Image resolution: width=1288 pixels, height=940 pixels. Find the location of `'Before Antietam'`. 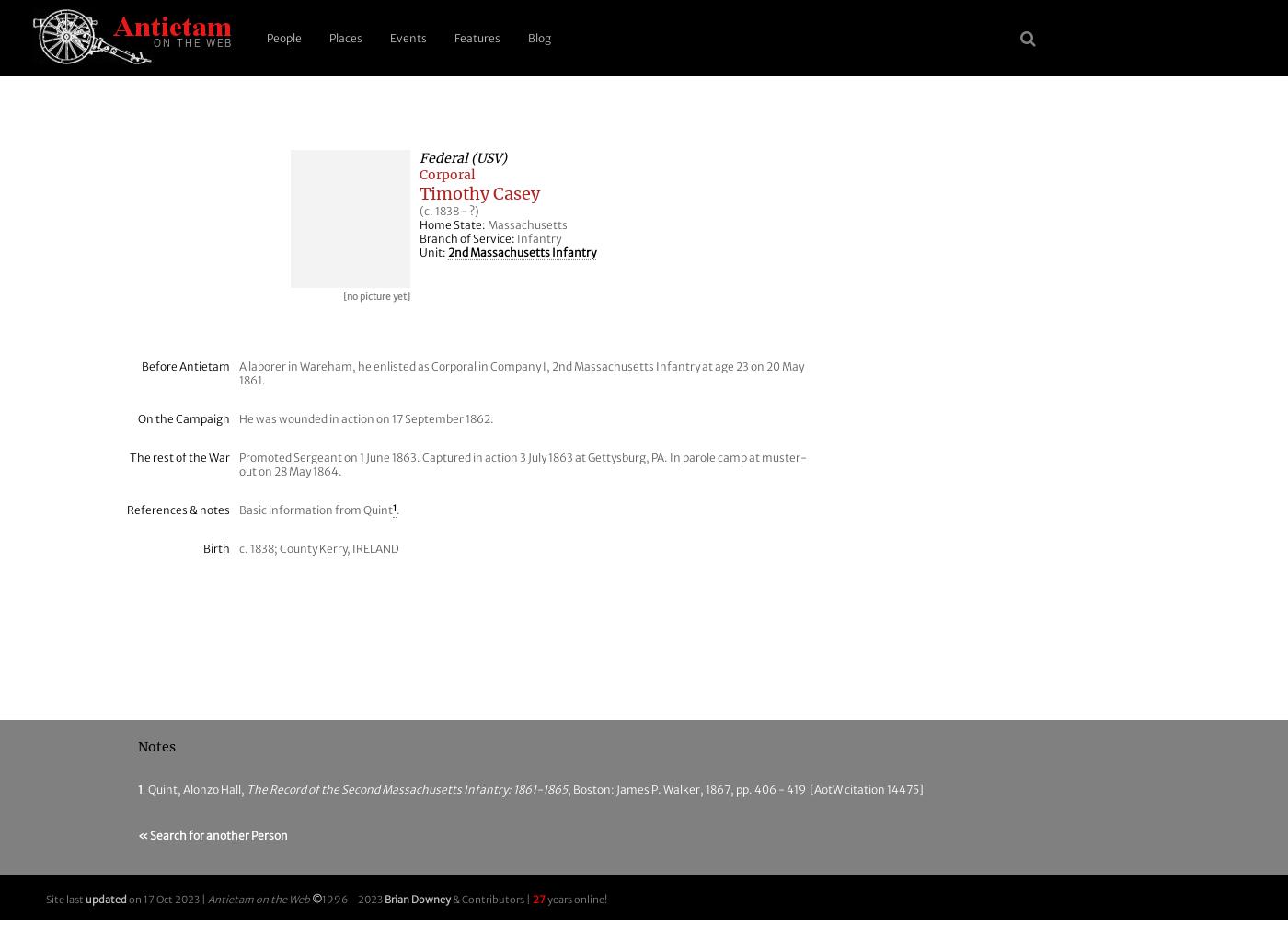

'Before Antietam' is located at coordinates (186, 365).